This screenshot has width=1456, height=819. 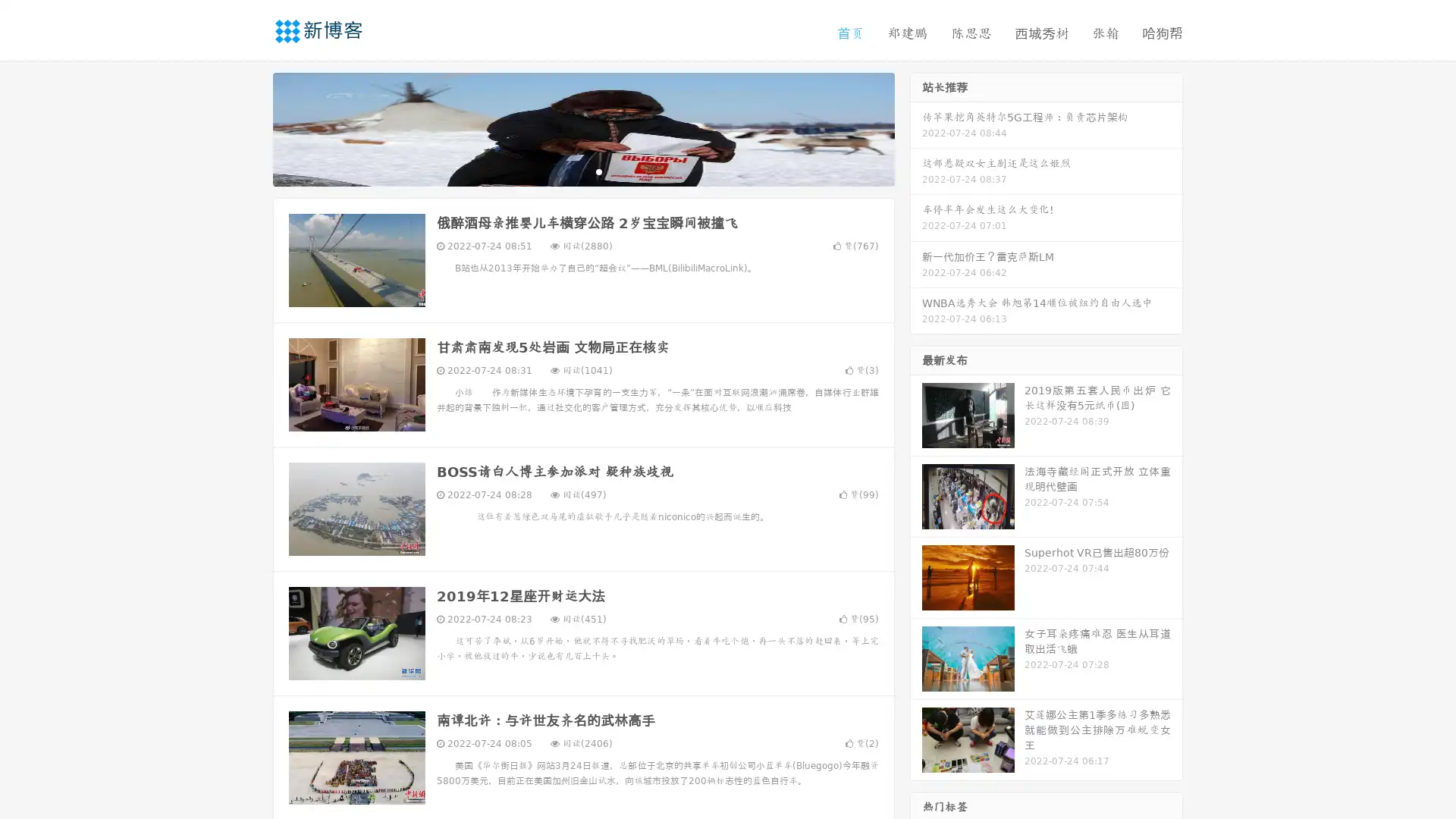 I want to click on Go to slide 2, so click(x=582, y=171).